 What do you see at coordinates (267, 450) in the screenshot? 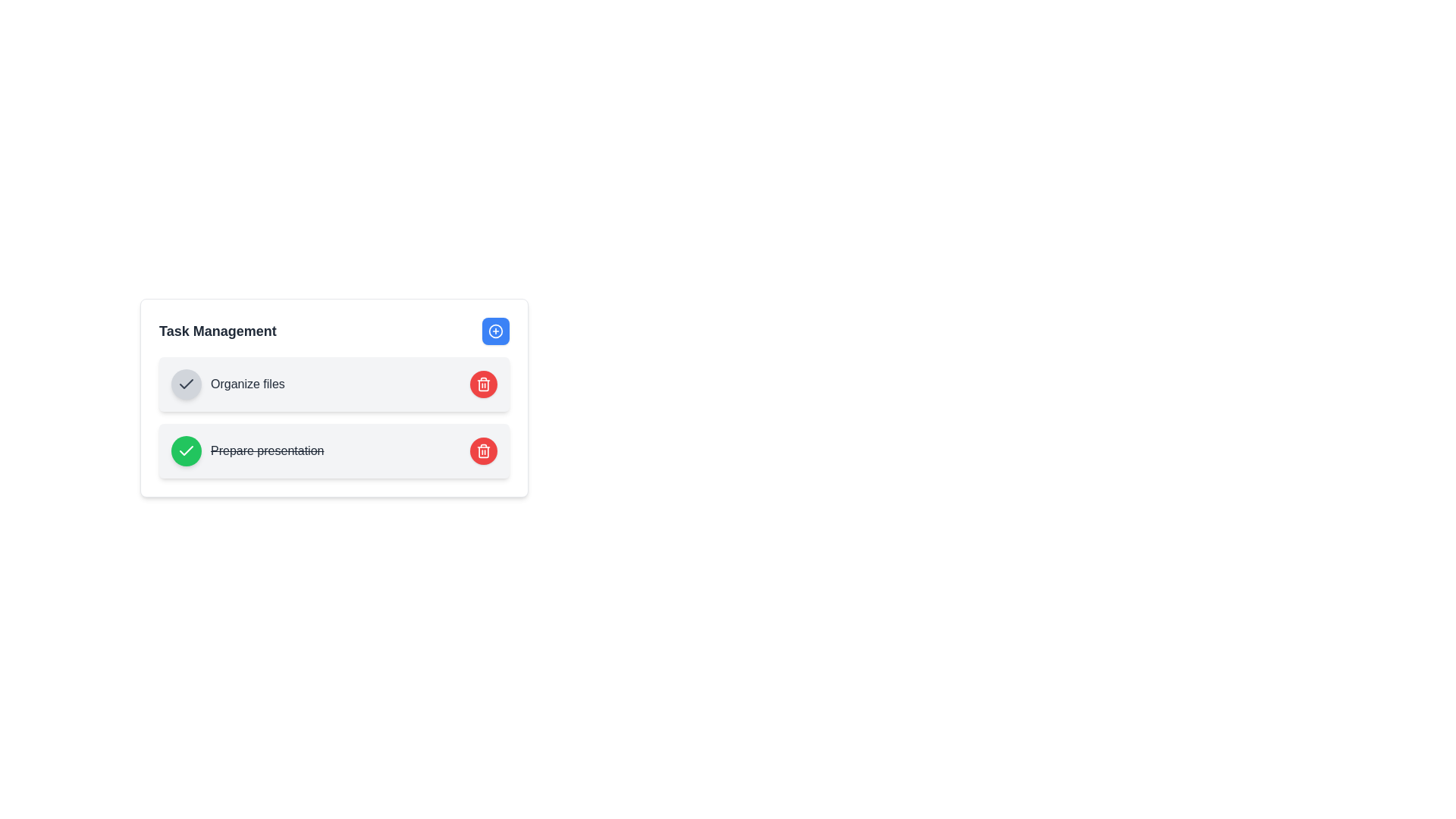
I see `the completed task text element styled in gray with a line-through effect that displays 'Prepare presentation'` at bounding box center [267, 450].